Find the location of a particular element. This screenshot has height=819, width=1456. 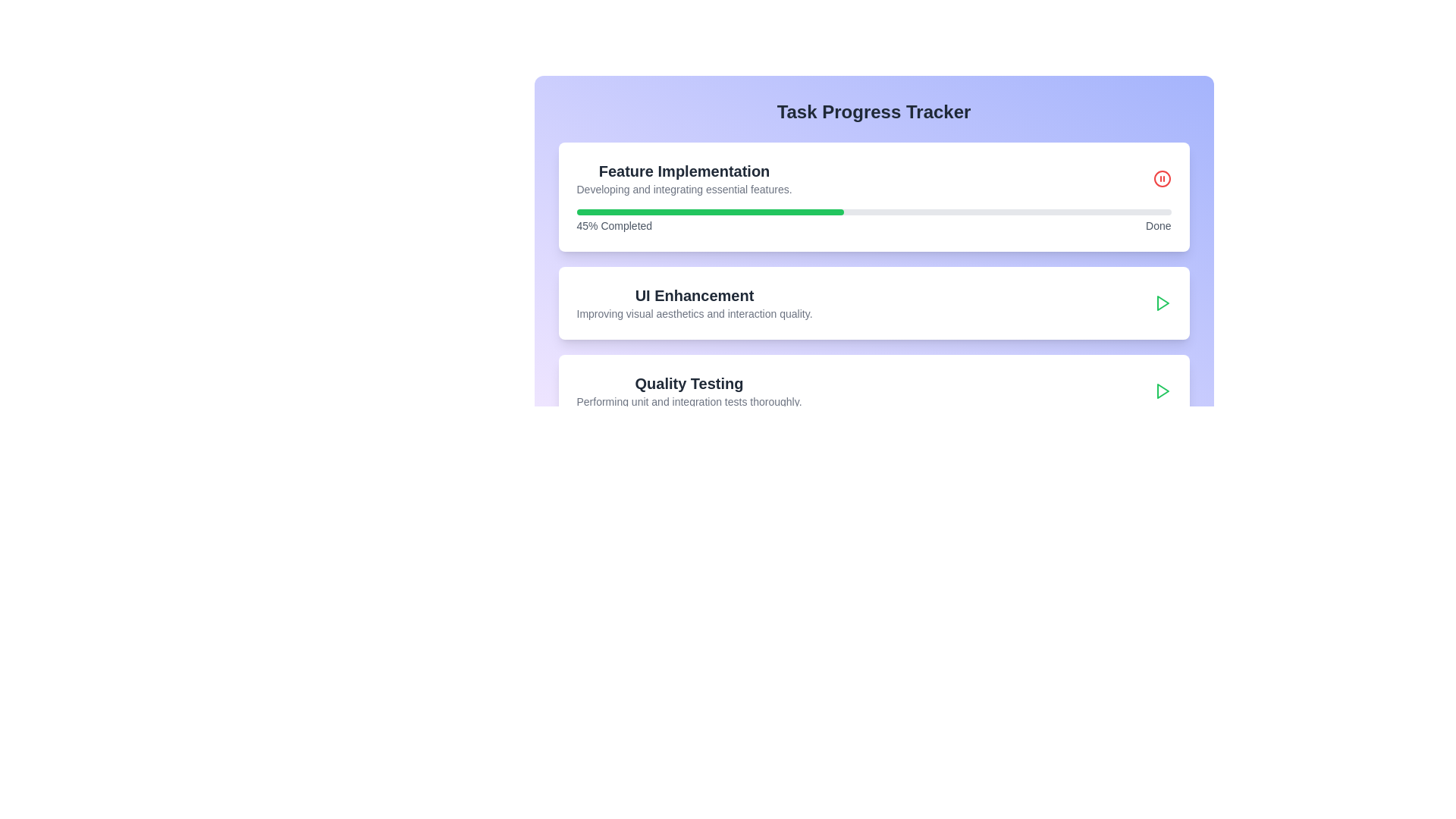

the progress bar indicating '45% Completed' is located at coordinates (874, 221).